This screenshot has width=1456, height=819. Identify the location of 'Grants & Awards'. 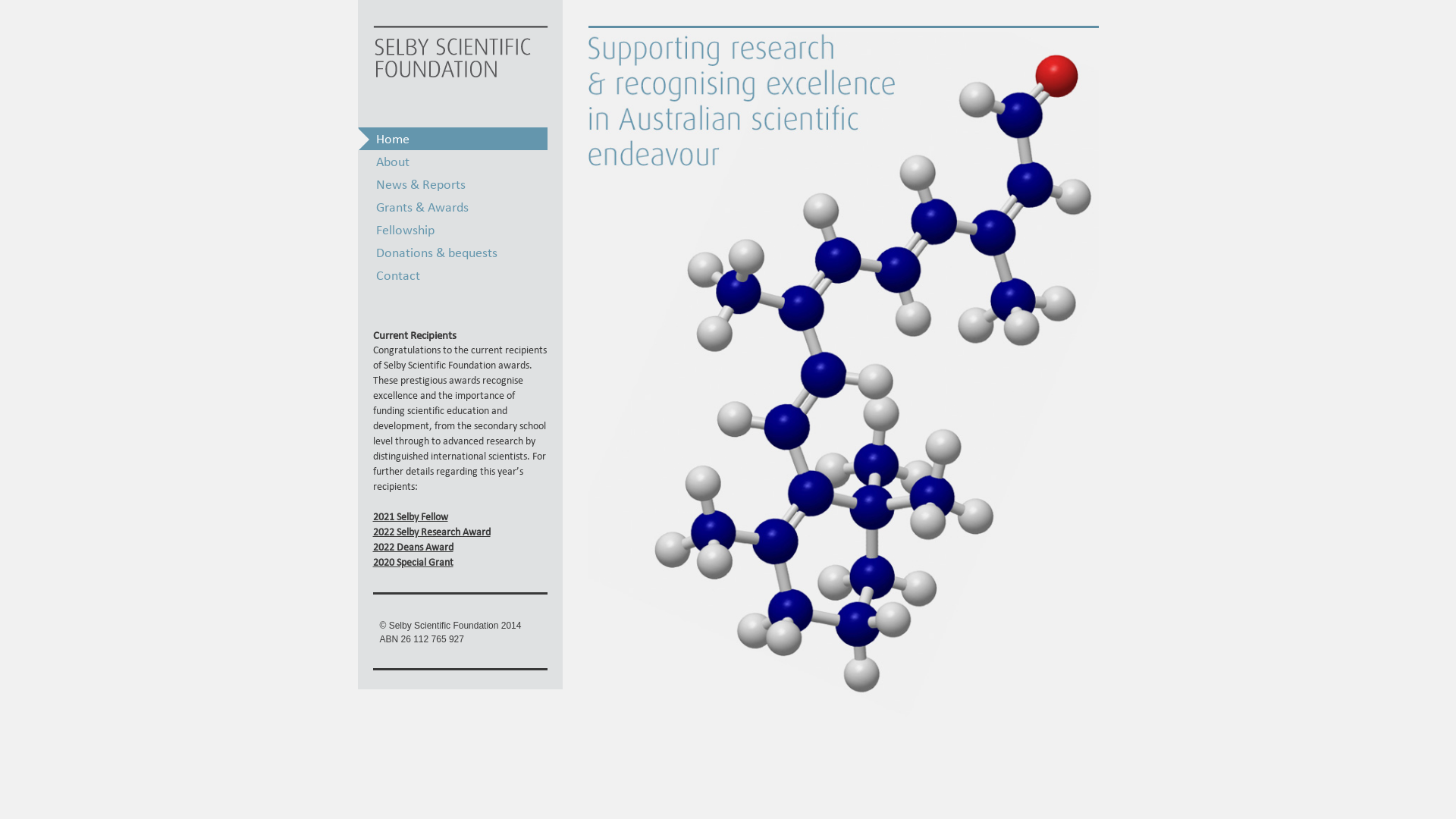
(451, 207).